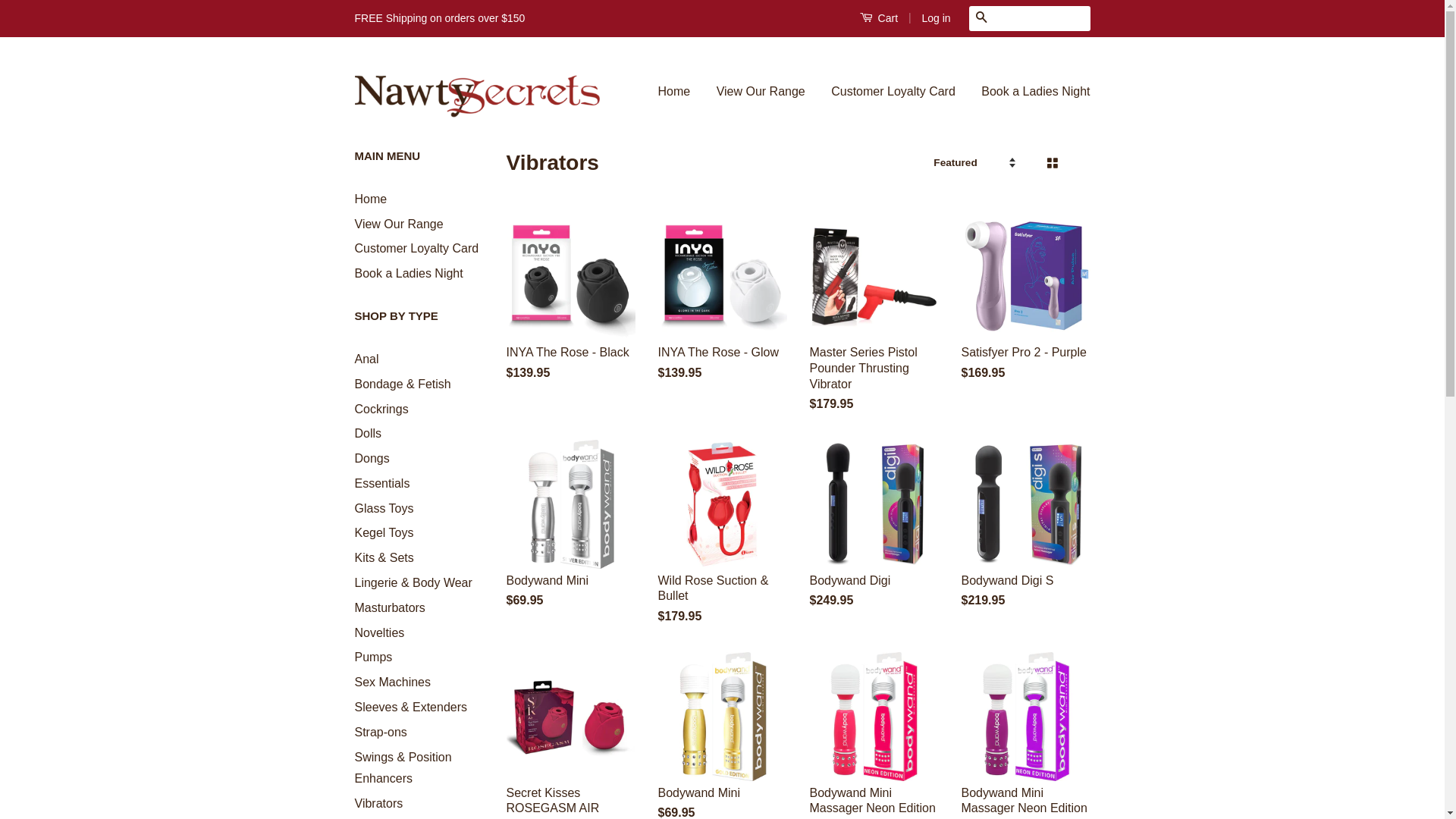 The image size is (1456, 819). What do you see at coordinates (1026, 309) in the screenshot?
I see `'Satisfyer Pro 2 - Purple` at bounding box center [1026, 309].